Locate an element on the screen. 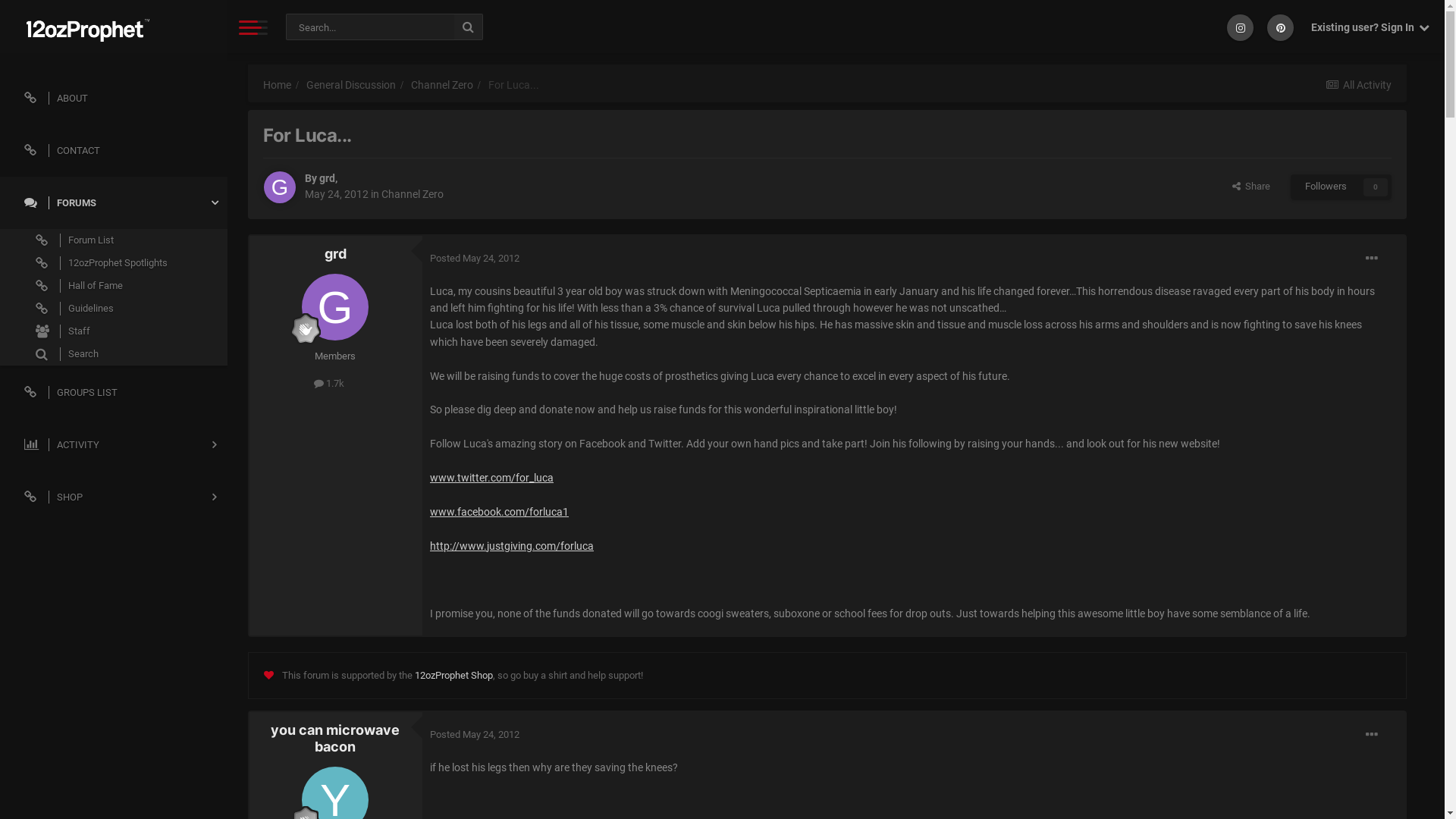  'CONTACT' is located at coordinates (112, 150).